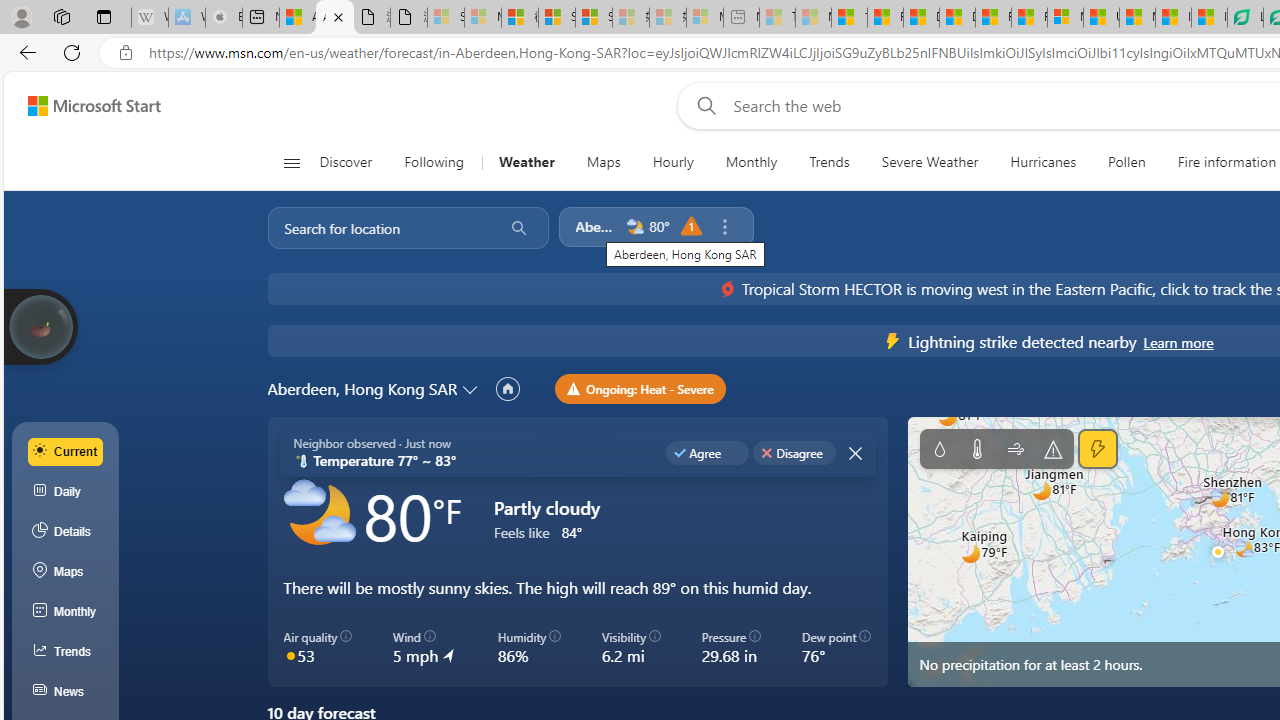  I want to click on 'Remove location', so click(723, 226).